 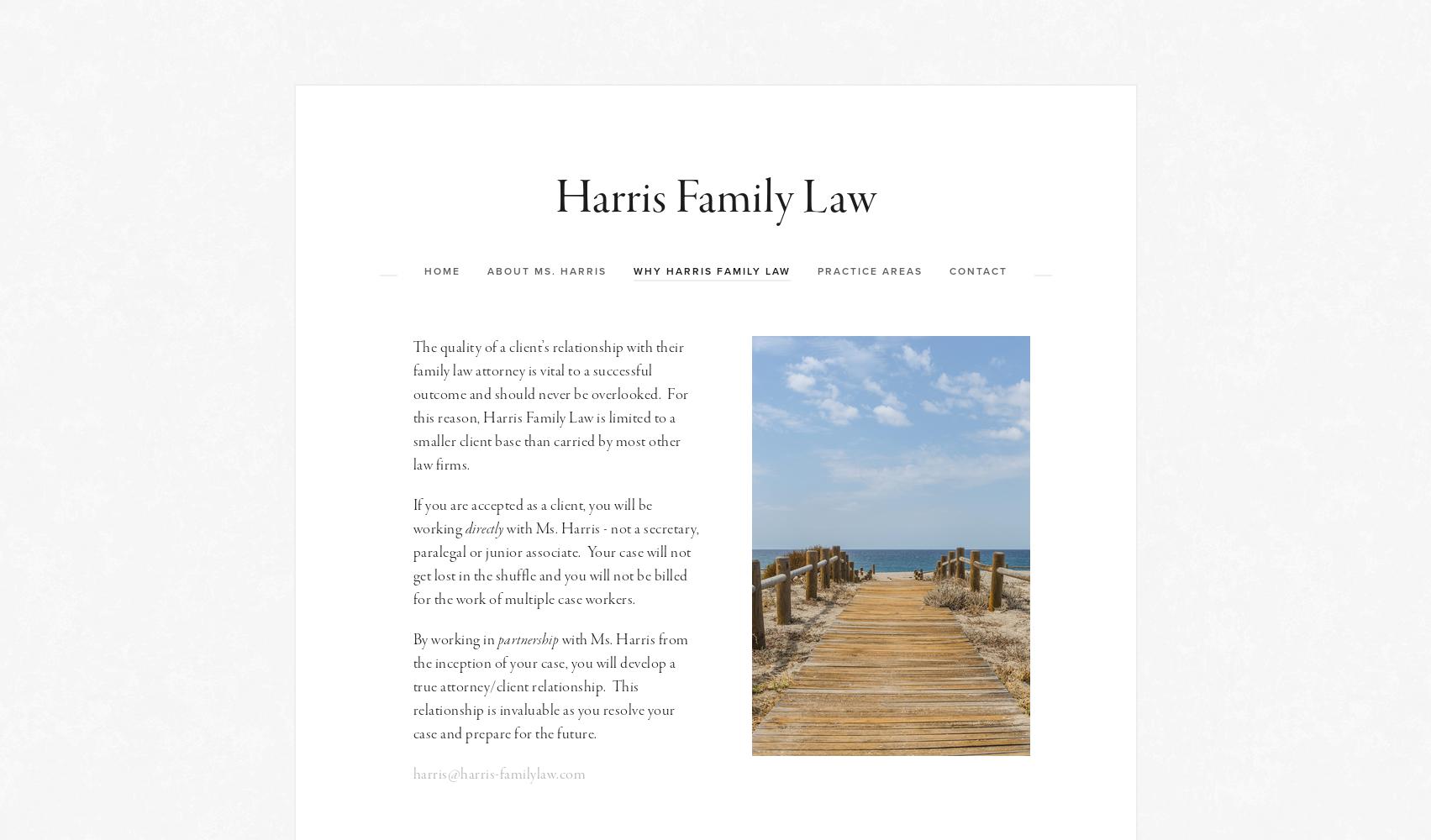 What do you see at coordinates (551, 685) in the screenshot?
I see `'with Ms. Harris from the inception of your case, you will develop a true attorney/client relationship.  This relationship is invaluable as you resolve your case and prepare for the future.'` at bounding box center [551, 685].